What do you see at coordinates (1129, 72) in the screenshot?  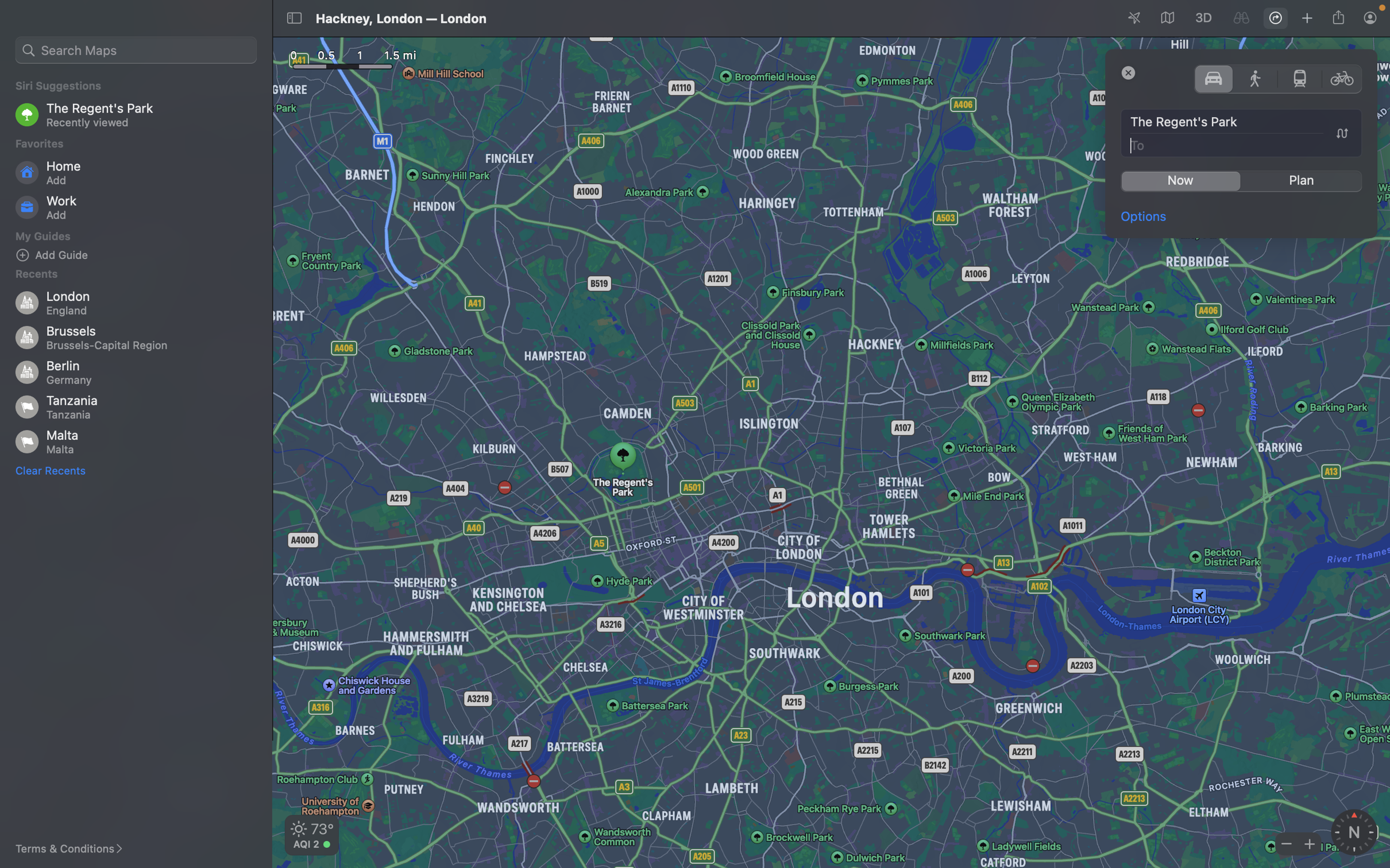 I see `Terminate the directions pop-up window` at bounding box center [1129, 72].